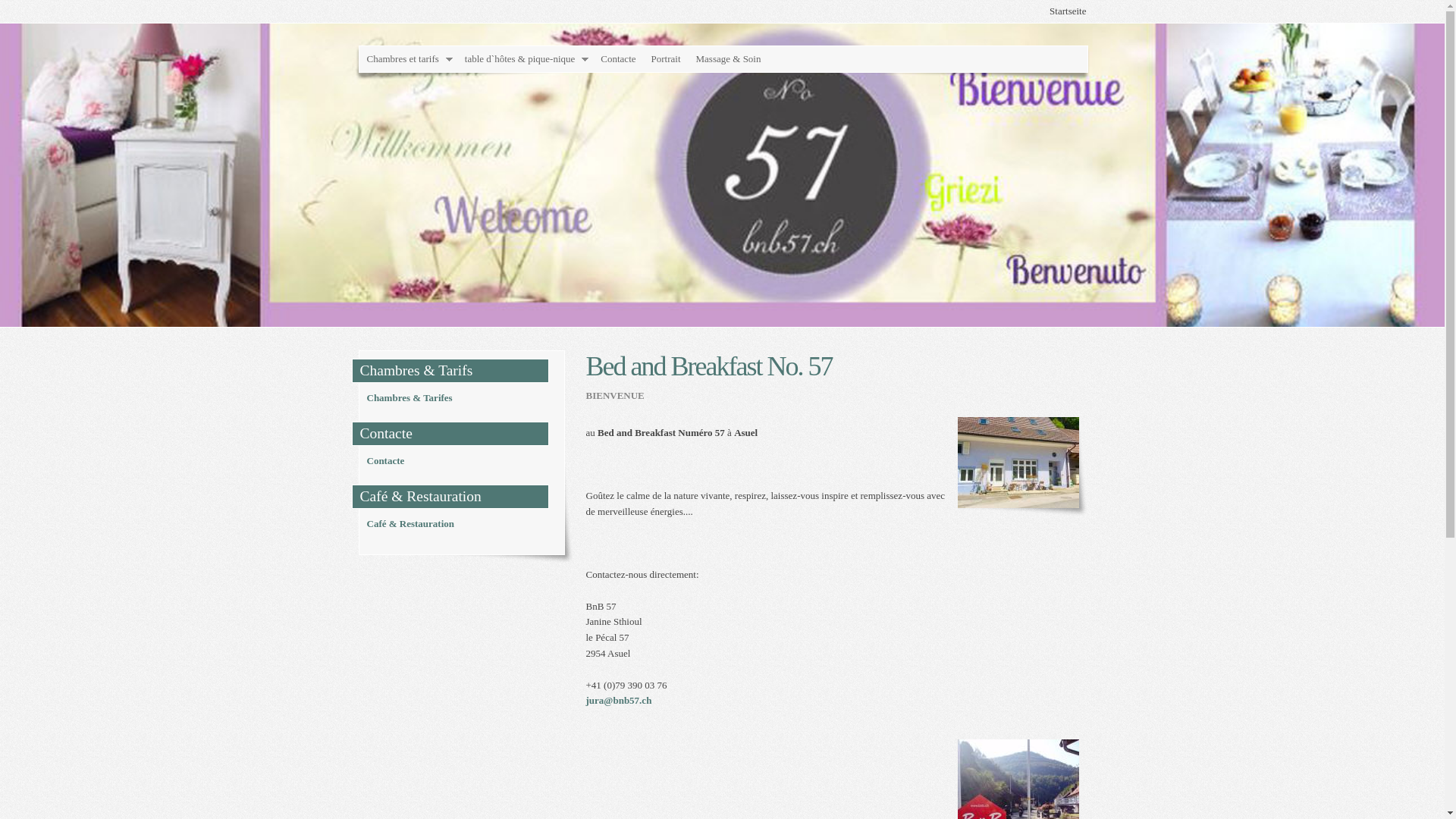 Image resolution: width=1456 pixels, height=819 pixels. Describe the element at coordinates (618, 700) in the screenshot. I see `'jura@bnb57.ch'` at that location.